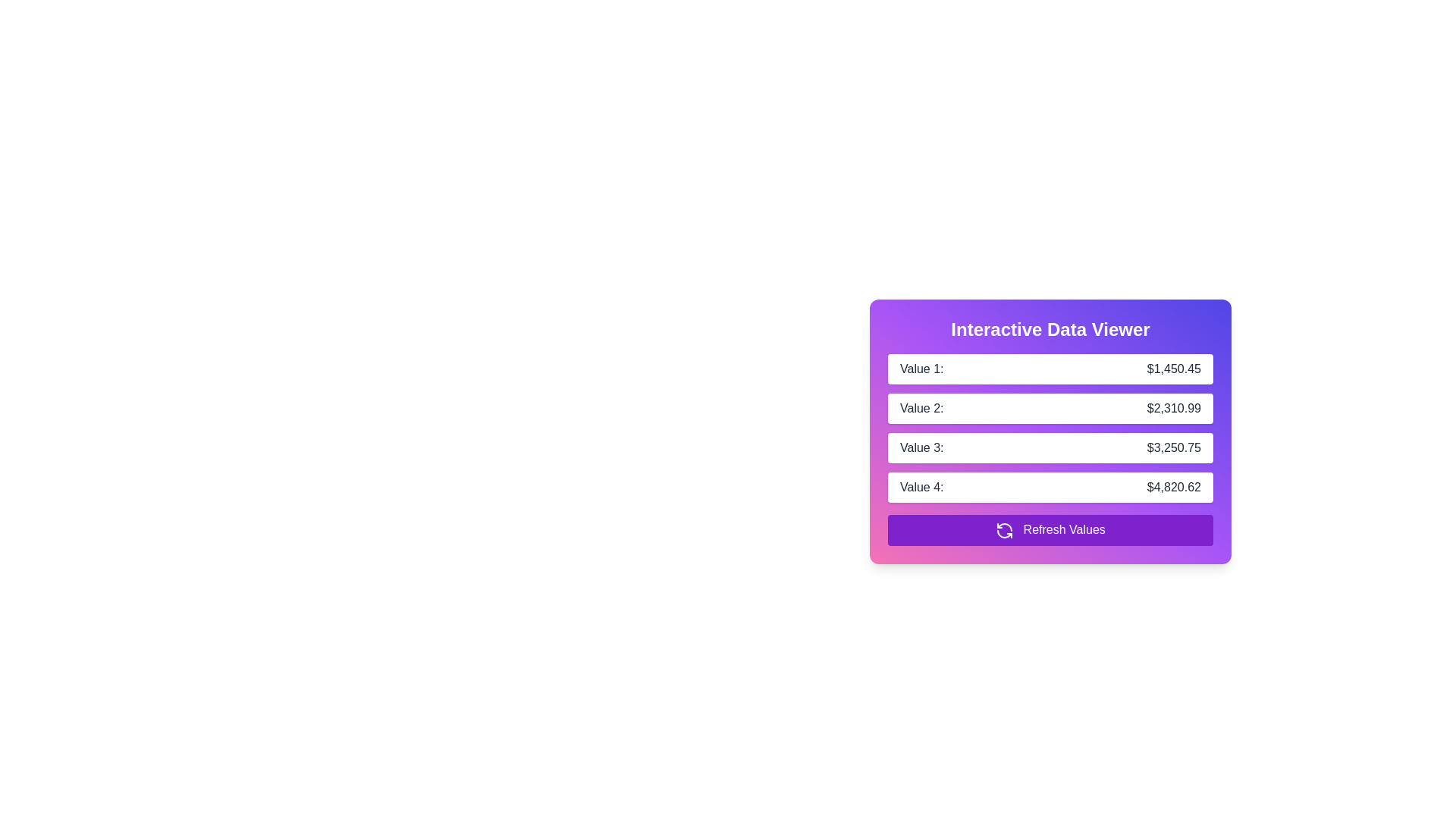 This screenshot has height=819, width=1456. Describe the element at coordinates (921, 447) in the screenshot. I see `the label 'Value 3:' which is styled in dark text on a white background, located inside the card titled 'Interactive Data Viewer' and positioned to the left of the value '$3,250.75'` at that location.